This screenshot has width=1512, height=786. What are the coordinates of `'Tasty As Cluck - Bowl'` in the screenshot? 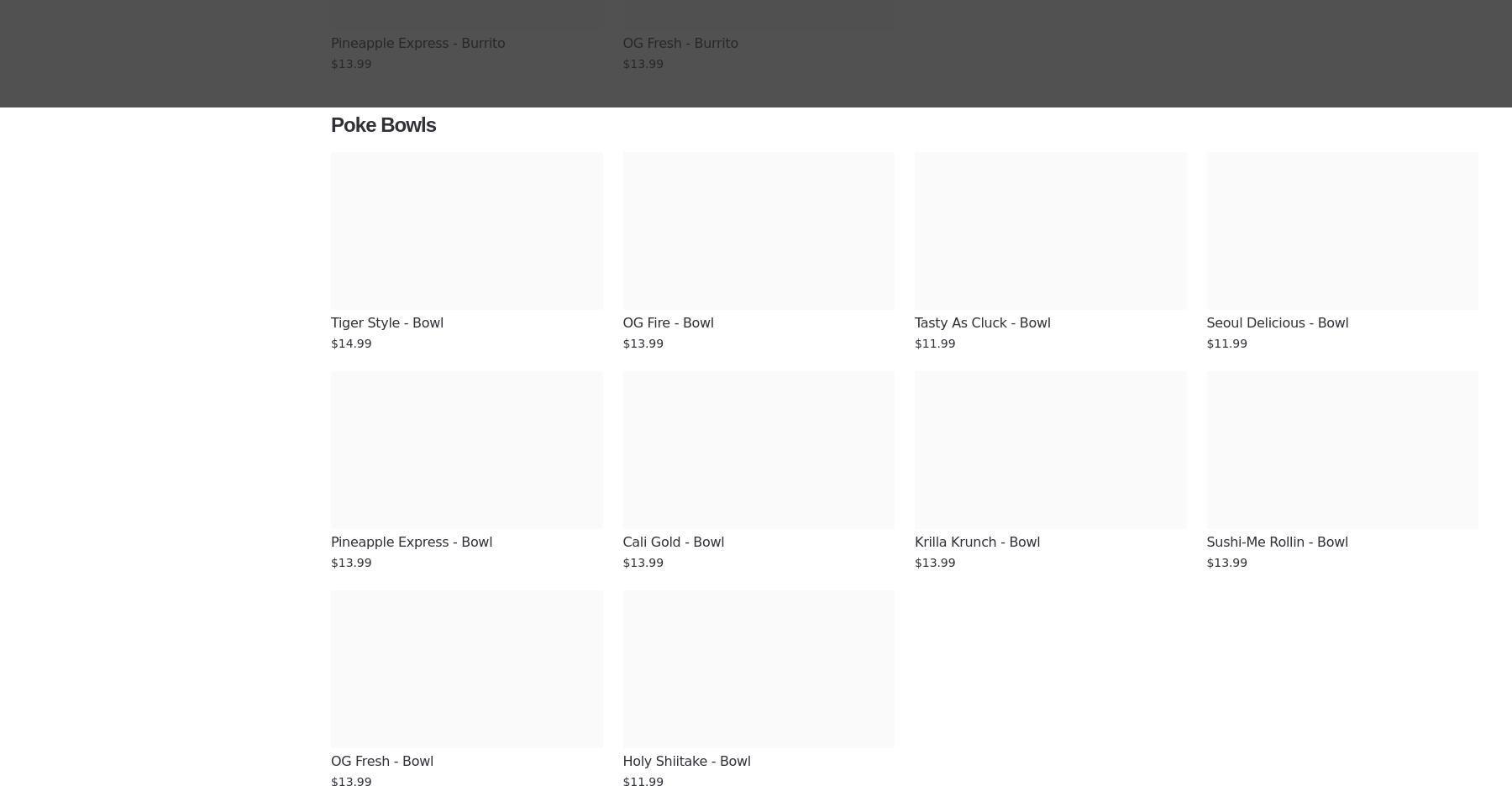 It's located at (915, 322).